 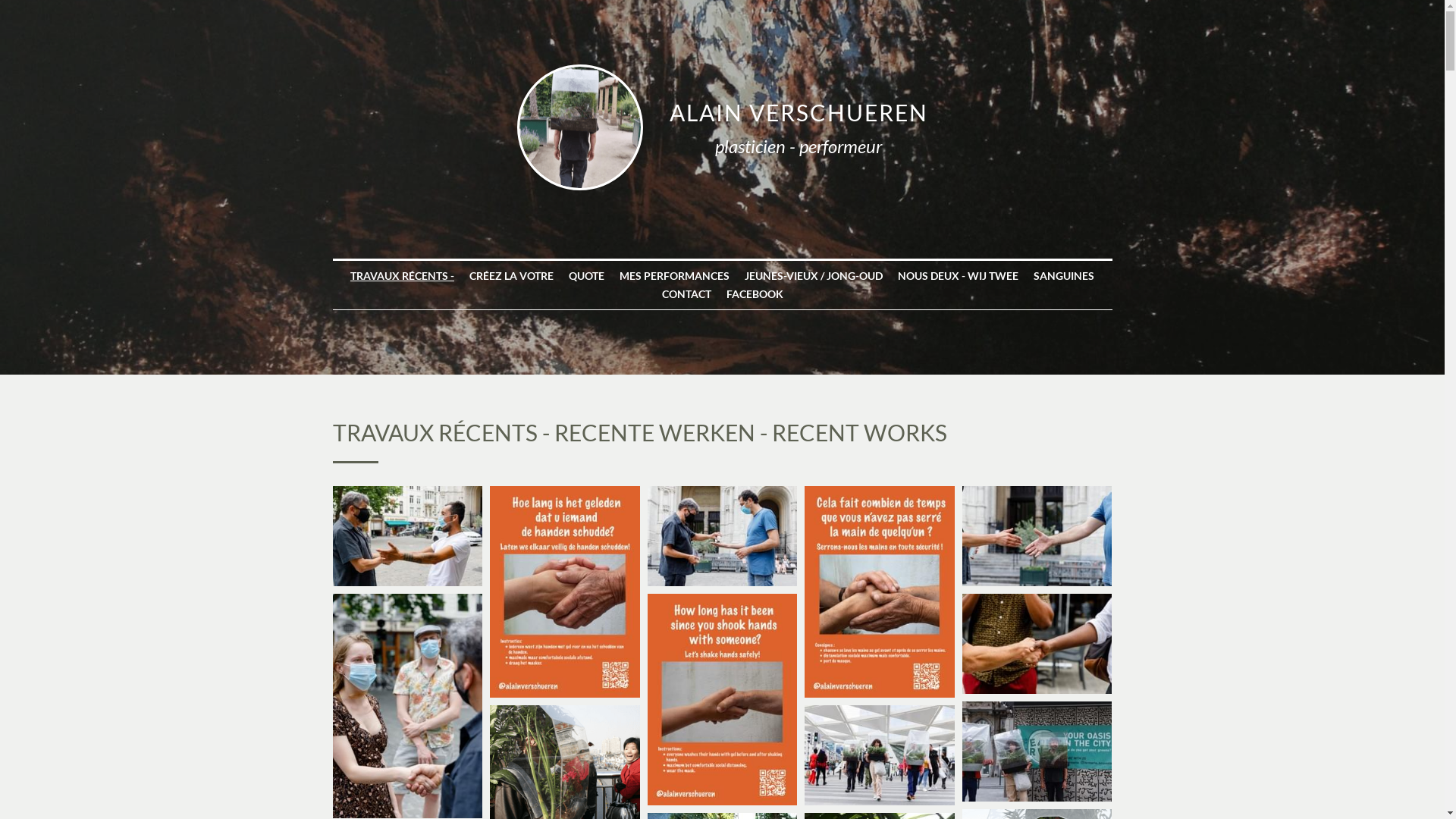 I want to click on 'FACEBOOK', so click(x=755, y=294).